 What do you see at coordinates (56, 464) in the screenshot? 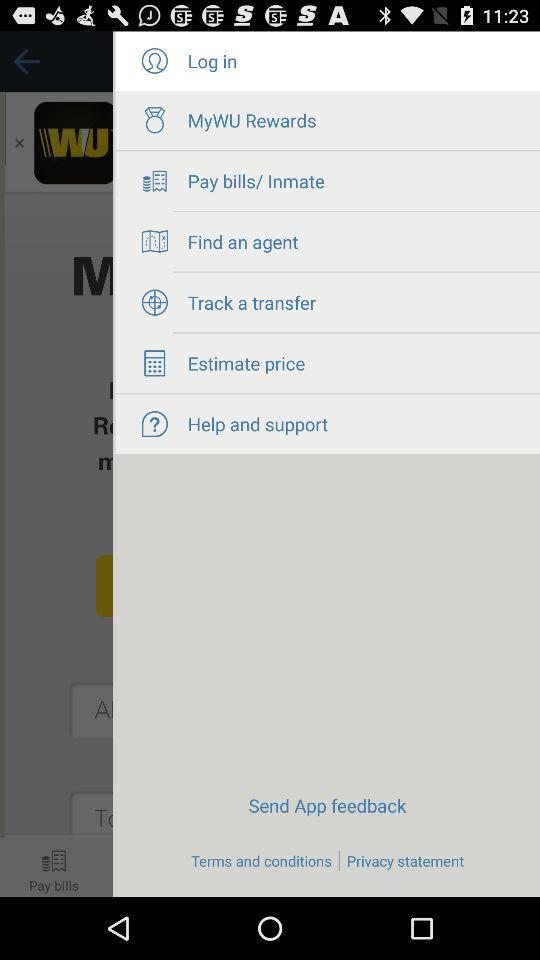
I see `pop up menu` at bounding box center [56, 464].